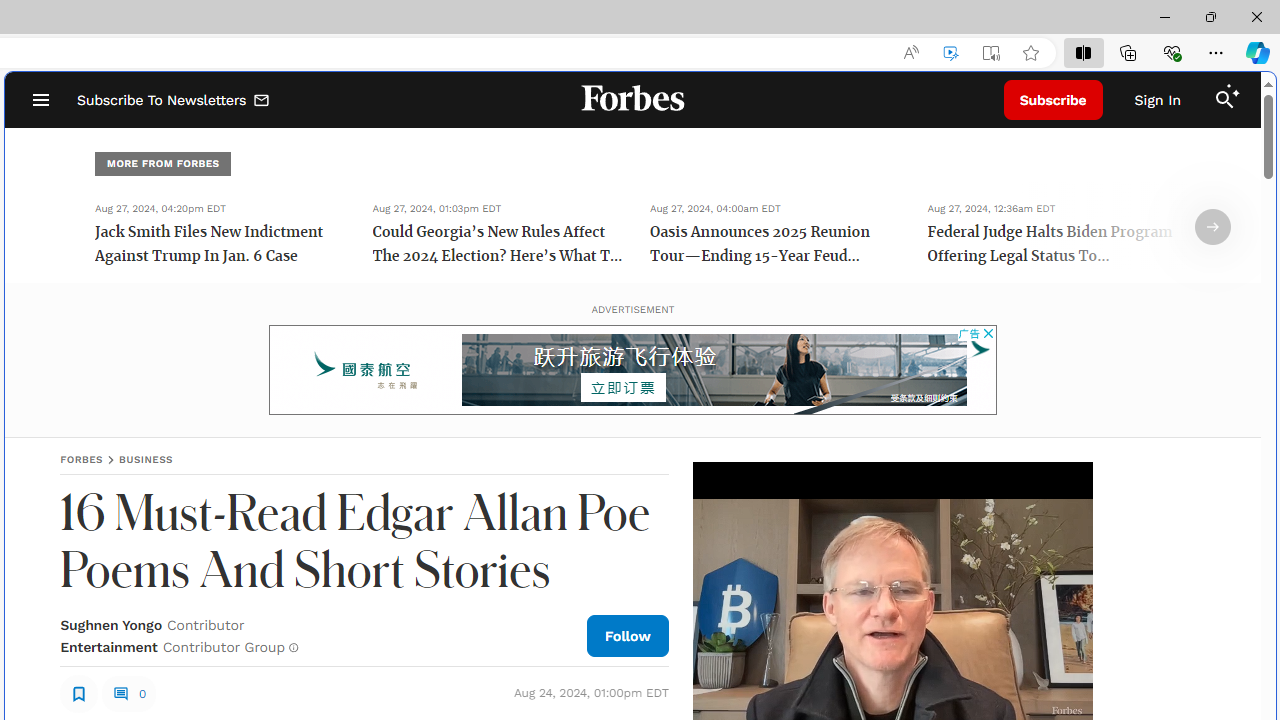 This screenshot has width=1280, height=720. What do you see at coordinates (1052, 100) in the screenshot?
I see `'Subscribe'` at bounding box center [1052, 100].